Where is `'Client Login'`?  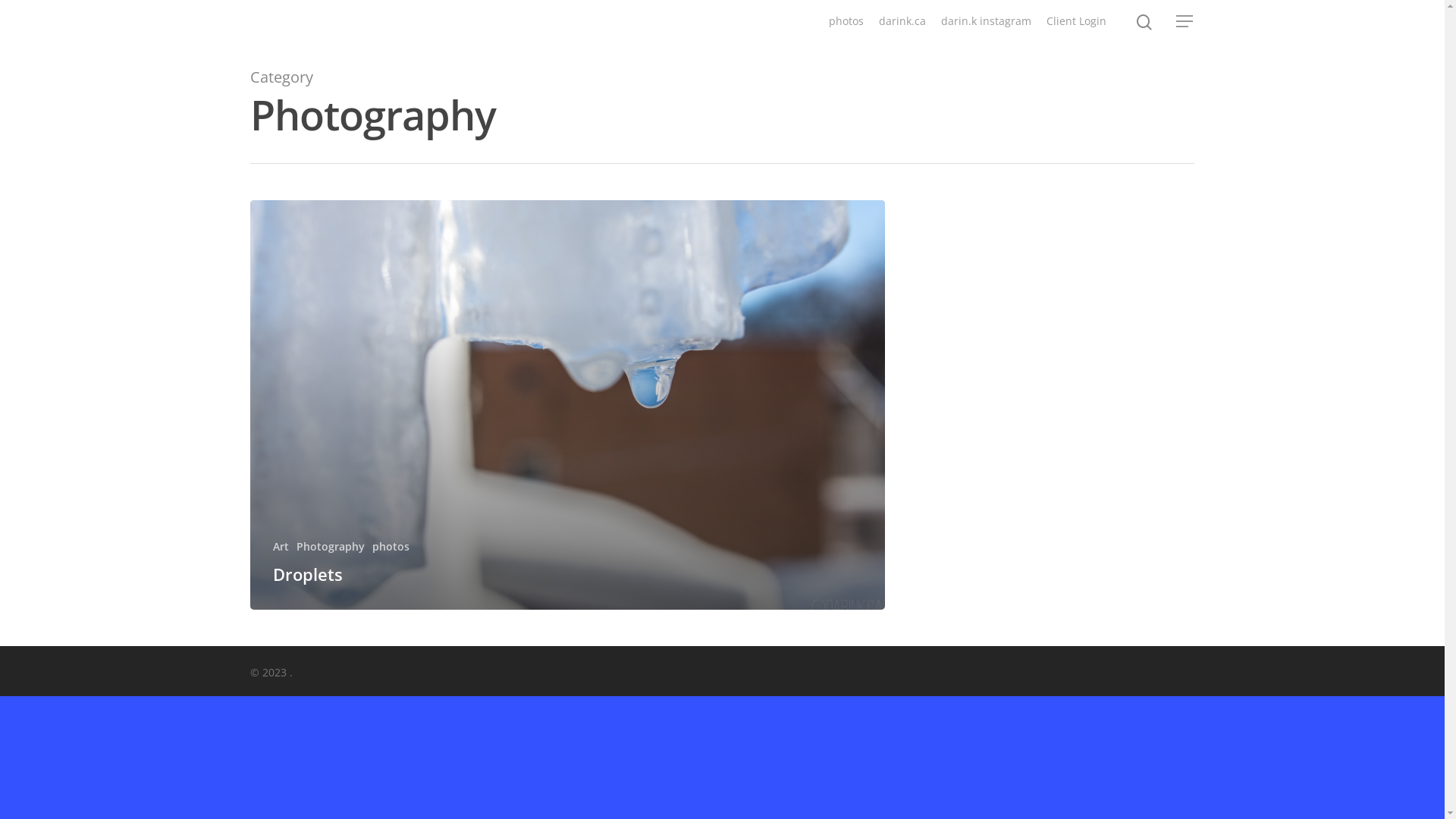 'Client Login' is located at coordinates (1046, 20).